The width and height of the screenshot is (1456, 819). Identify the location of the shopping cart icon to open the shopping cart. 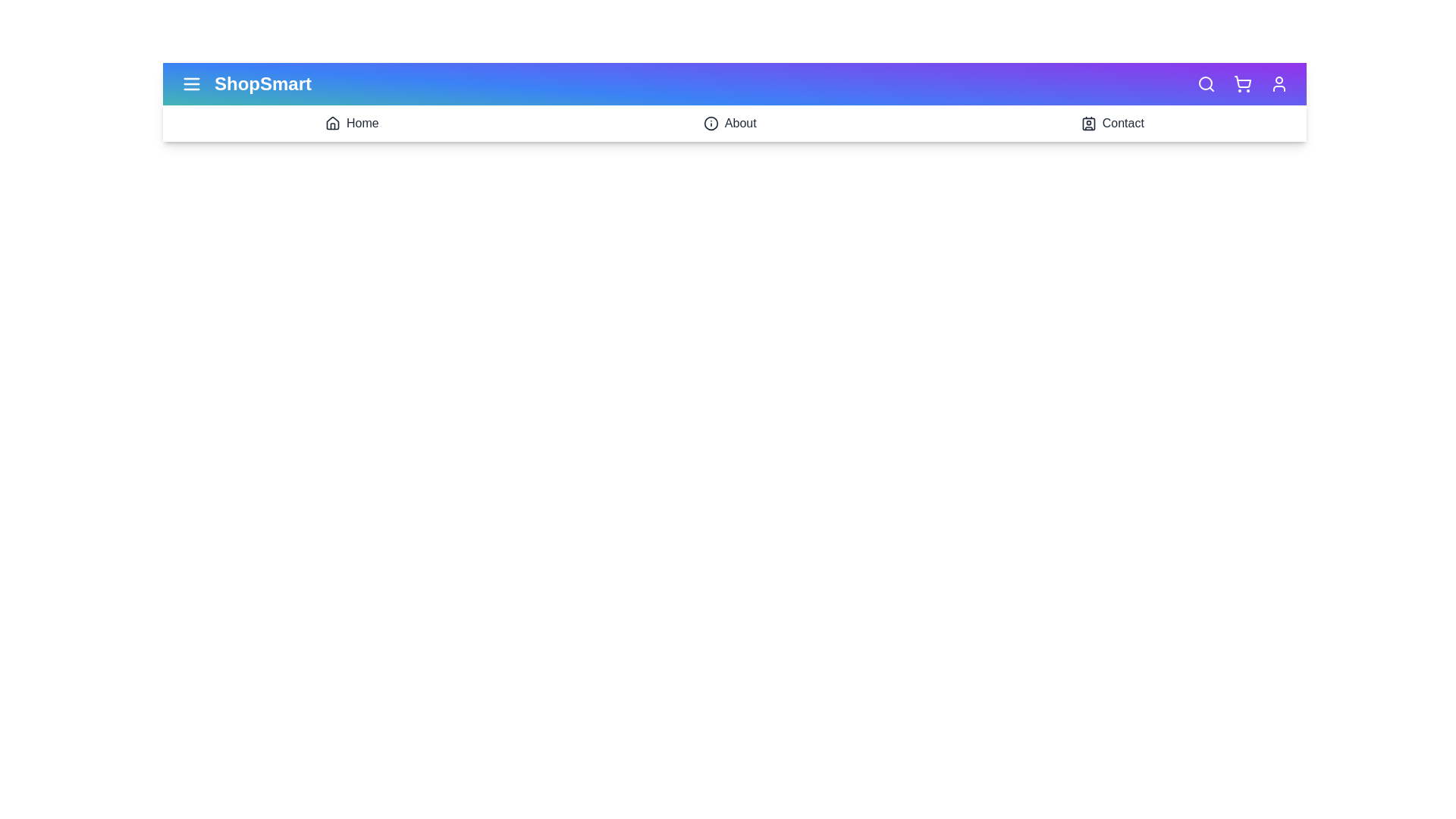
(1242, 84).